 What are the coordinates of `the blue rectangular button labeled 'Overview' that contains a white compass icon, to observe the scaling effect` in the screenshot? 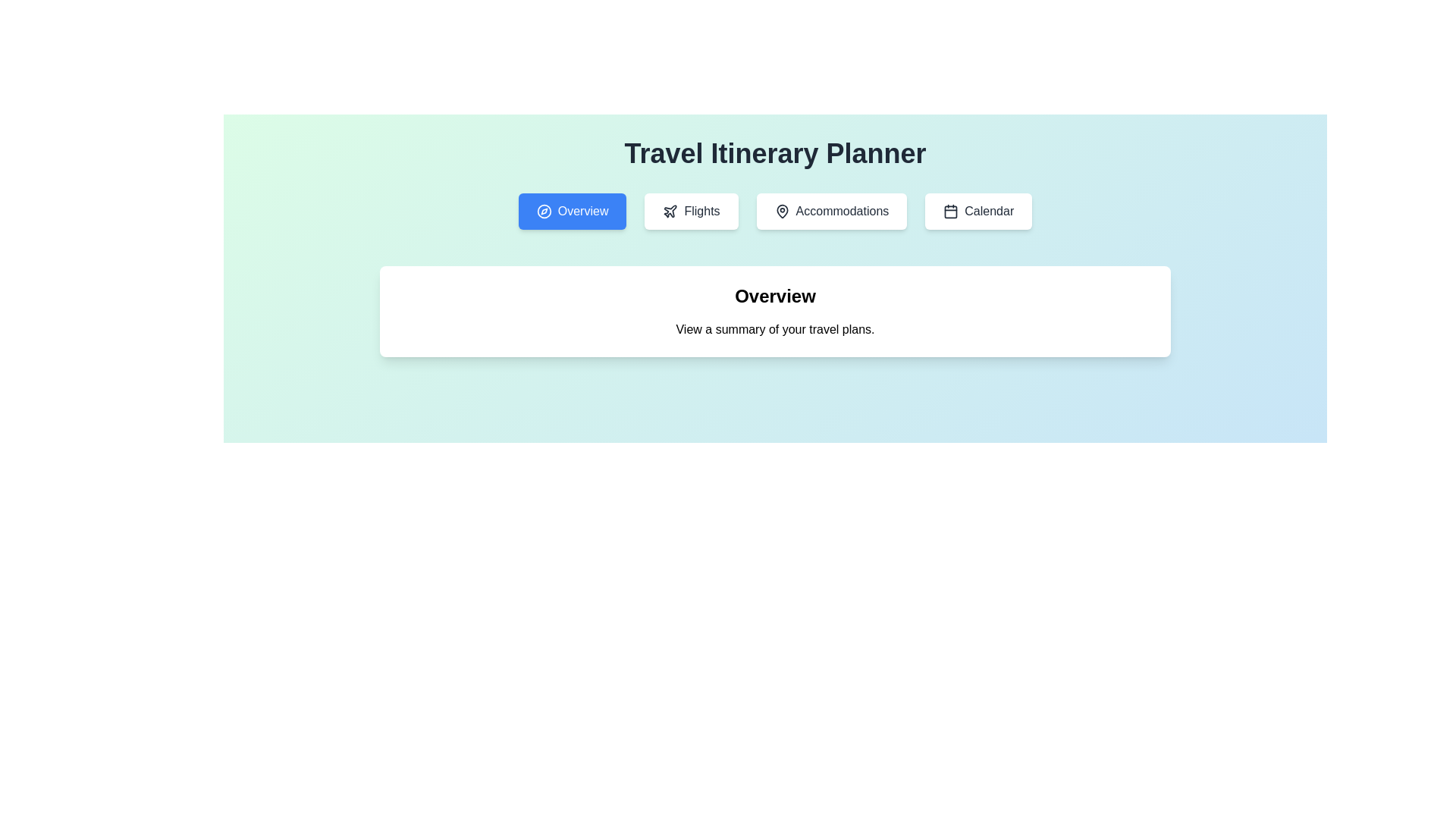 It's located at (572, 211).